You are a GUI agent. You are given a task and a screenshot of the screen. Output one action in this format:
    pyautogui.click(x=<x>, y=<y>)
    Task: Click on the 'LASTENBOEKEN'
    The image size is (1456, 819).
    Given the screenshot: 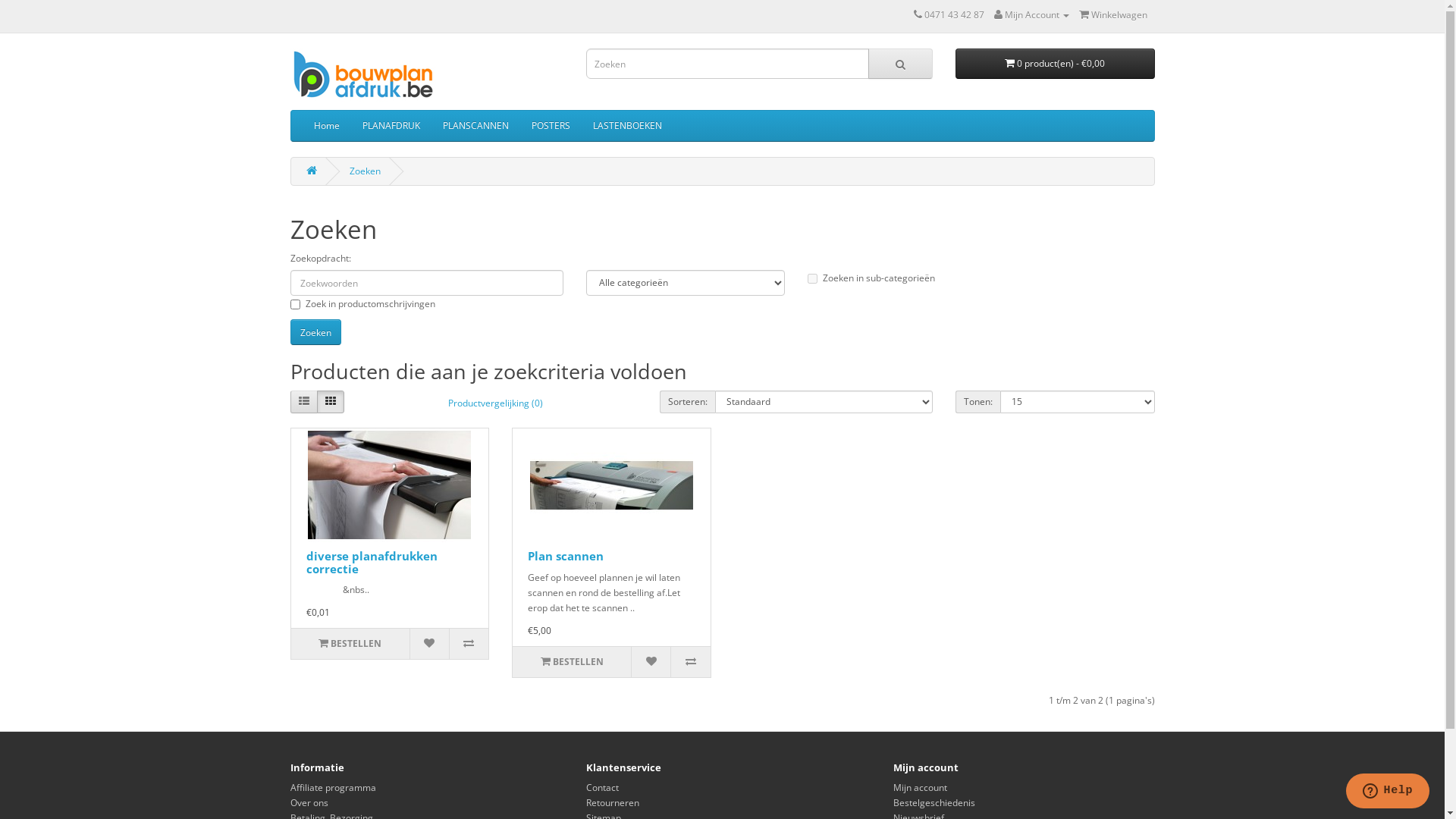 What is the action you would take?
    pyautogui.click(x=580, y=124)
    